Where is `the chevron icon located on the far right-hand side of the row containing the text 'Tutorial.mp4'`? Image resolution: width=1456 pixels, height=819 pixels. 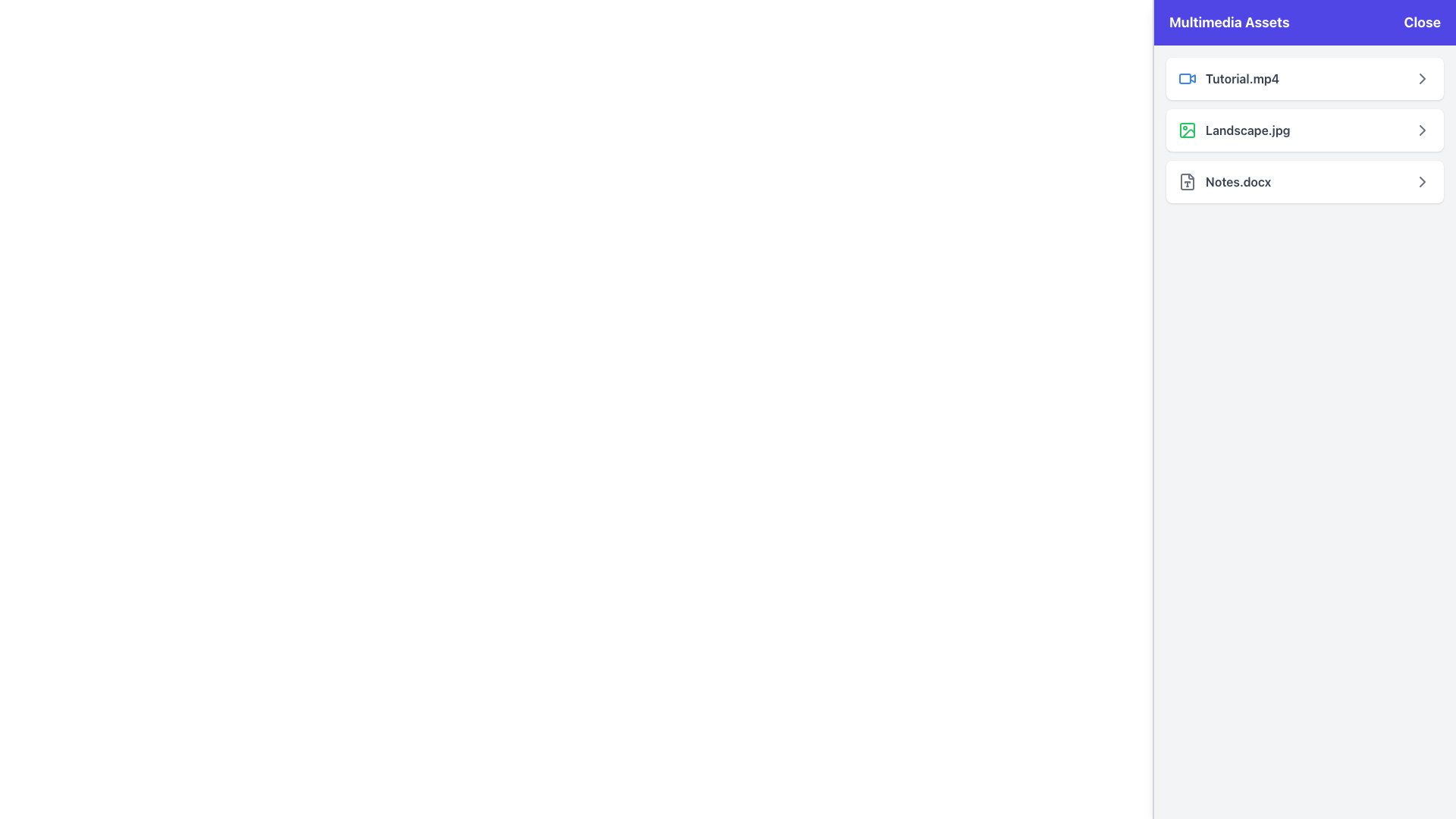
the chevron icon located on the far right-hand side of the row containing the text 'Tutorial.mp4' is located at coordinates (1422, 79).